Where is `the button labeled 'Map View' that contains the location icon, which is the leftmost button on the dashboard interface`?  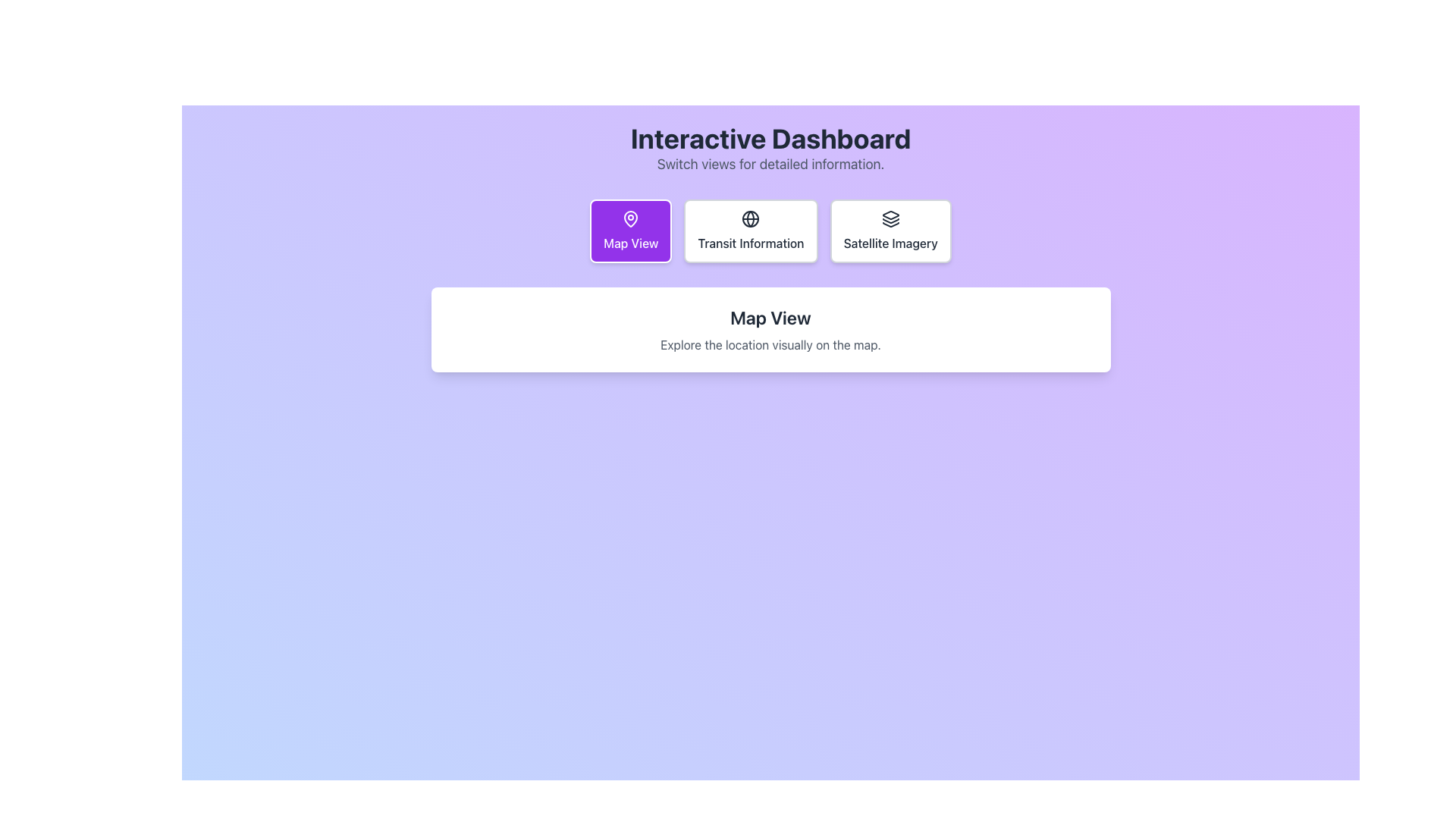 the button labeled 'Map View' that contains the location icon, which is the leftmost button on the dashboard interface is located at coordinates (631, 219).